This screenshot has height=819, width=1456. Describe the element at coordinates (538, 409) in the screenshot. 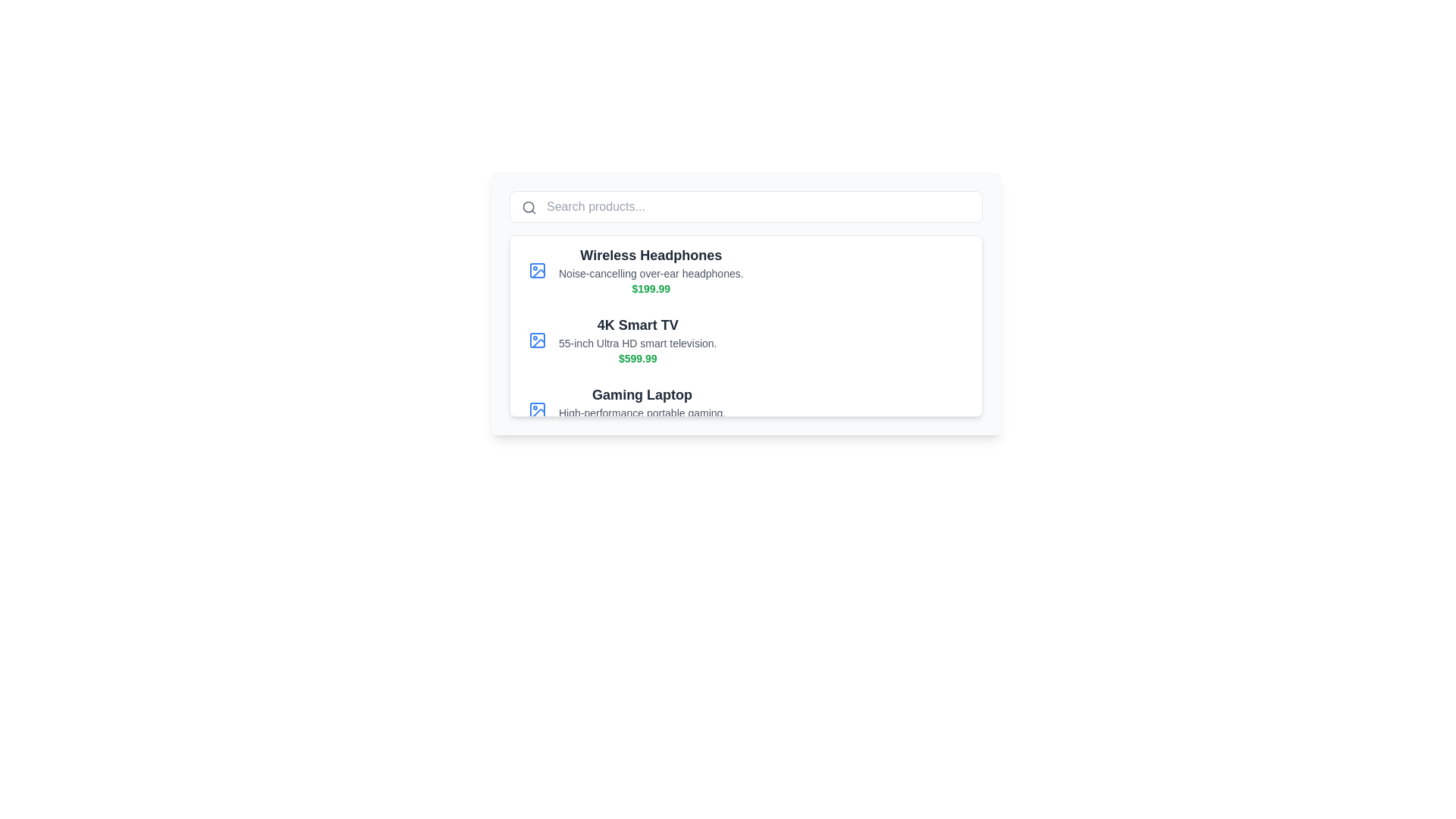

I see `the first icon on the left that represents the 'Gaming Laptop' product` at that location.